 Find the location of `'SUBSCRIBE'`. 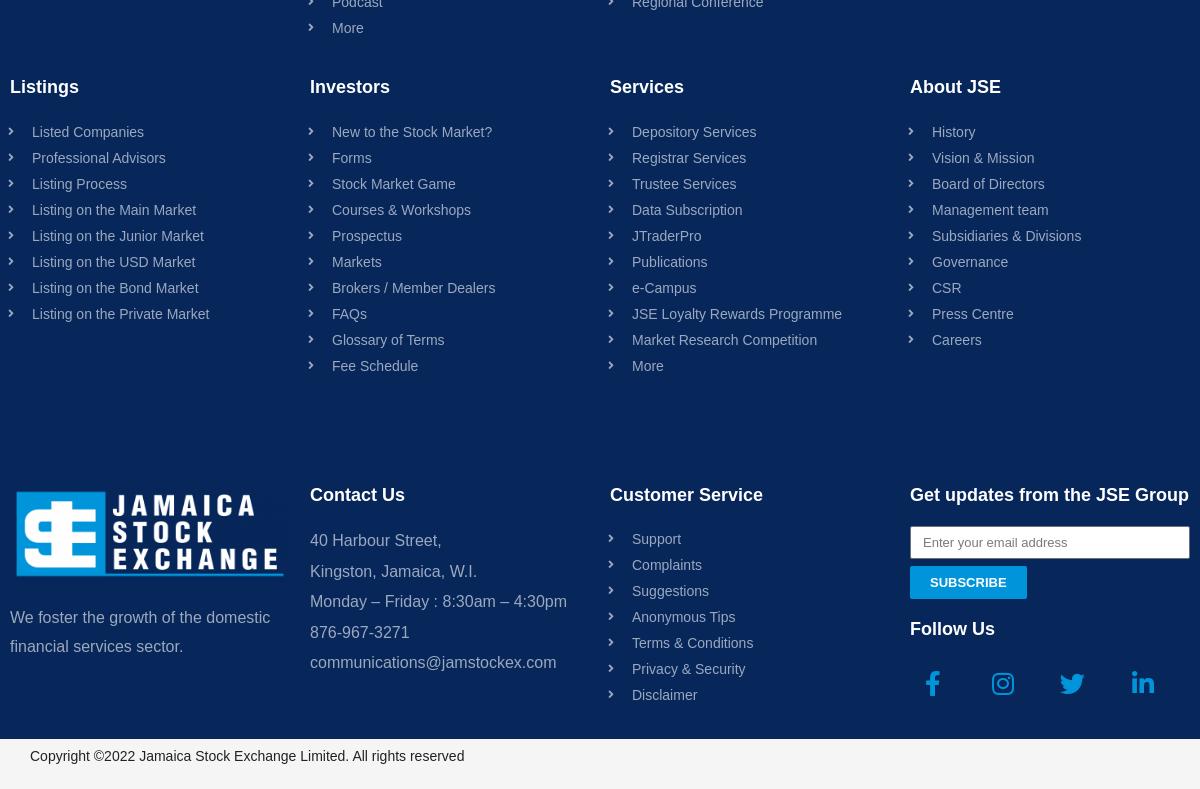

'SUBSCRIBE' is located at coordinates (968, 582).